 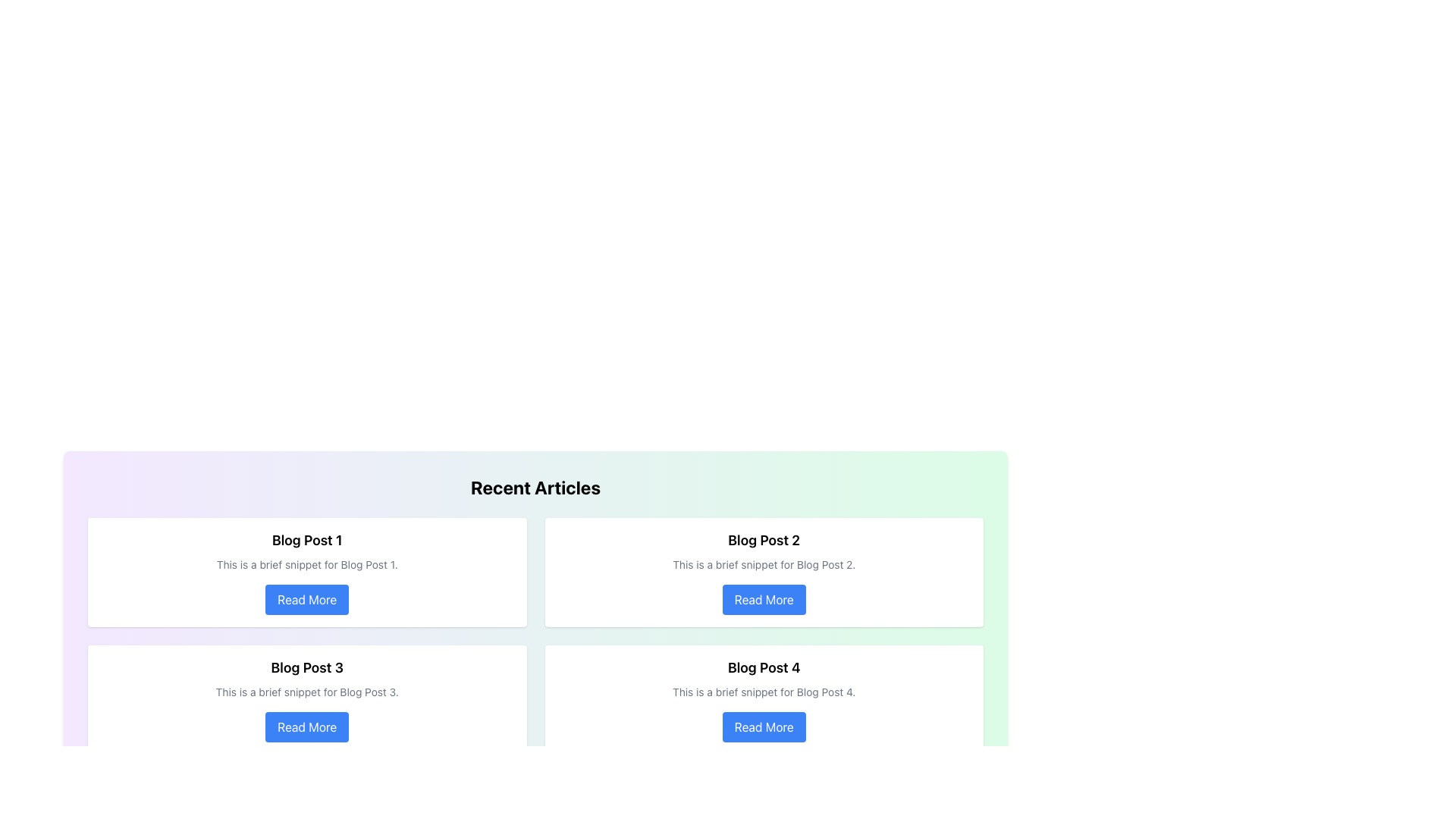 What do you see at coordinates (306, 564) in the screenshot?
I see `text 'This is a brief snippet for Blog Post 1.' located in the middle of the Blog Post 1 card, styled in gray and positioned below the title and above the 'Read More' button` at bounding box center [306, 564].